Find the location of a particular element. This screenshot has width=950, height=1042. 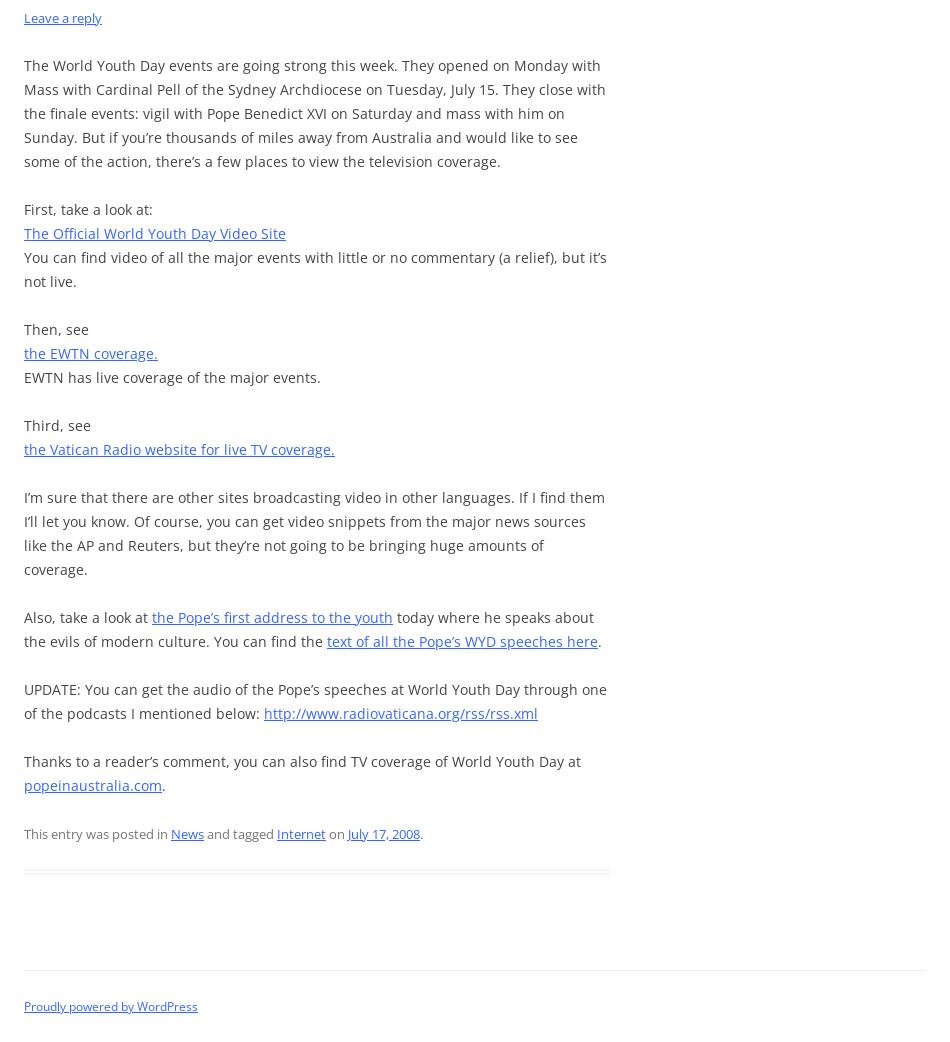

'Internet' is located at coordinates (300, 834).